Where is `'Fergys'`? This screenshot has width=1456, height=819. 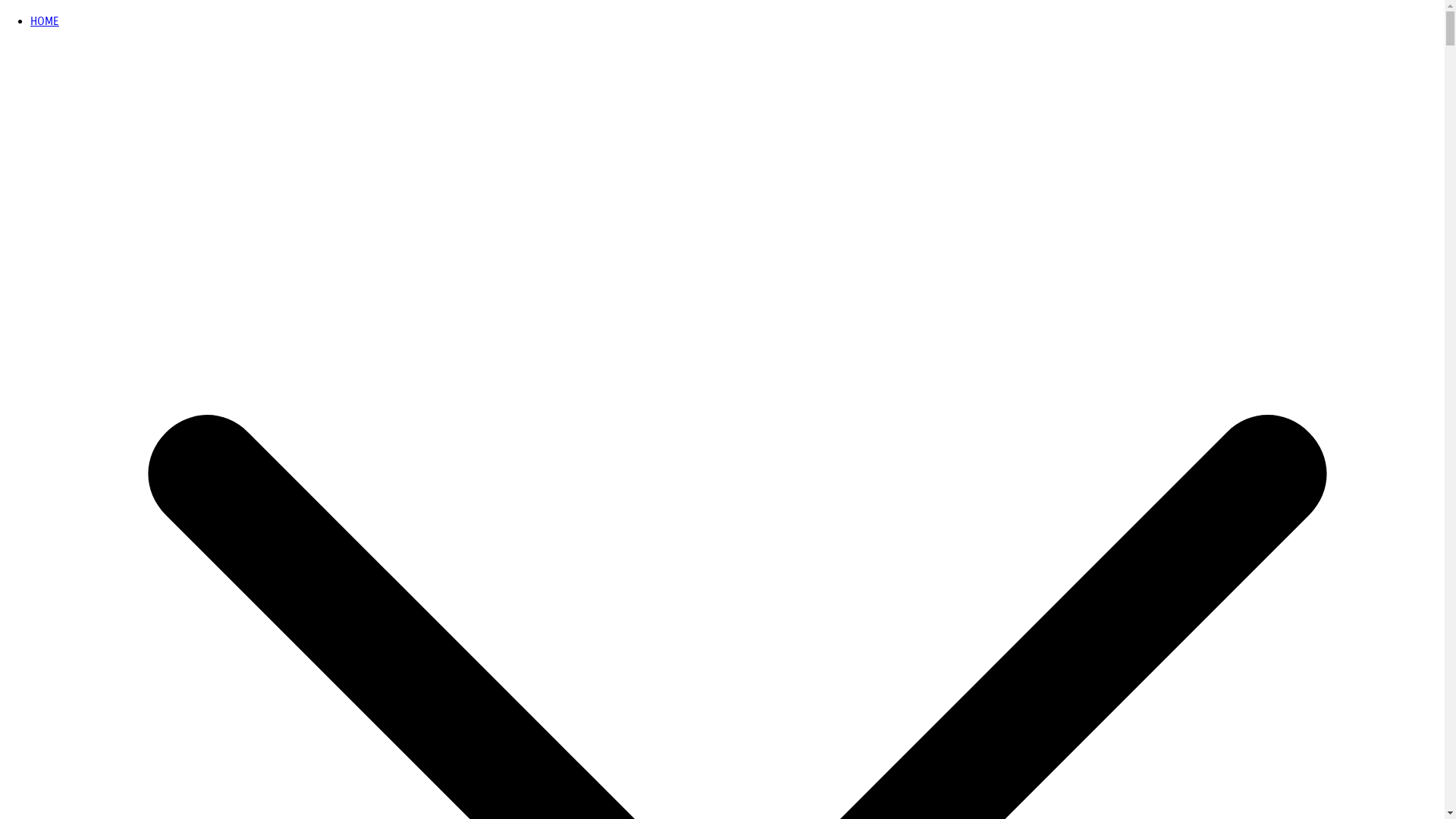 'Fergys' is located at coordinates (15, 32).